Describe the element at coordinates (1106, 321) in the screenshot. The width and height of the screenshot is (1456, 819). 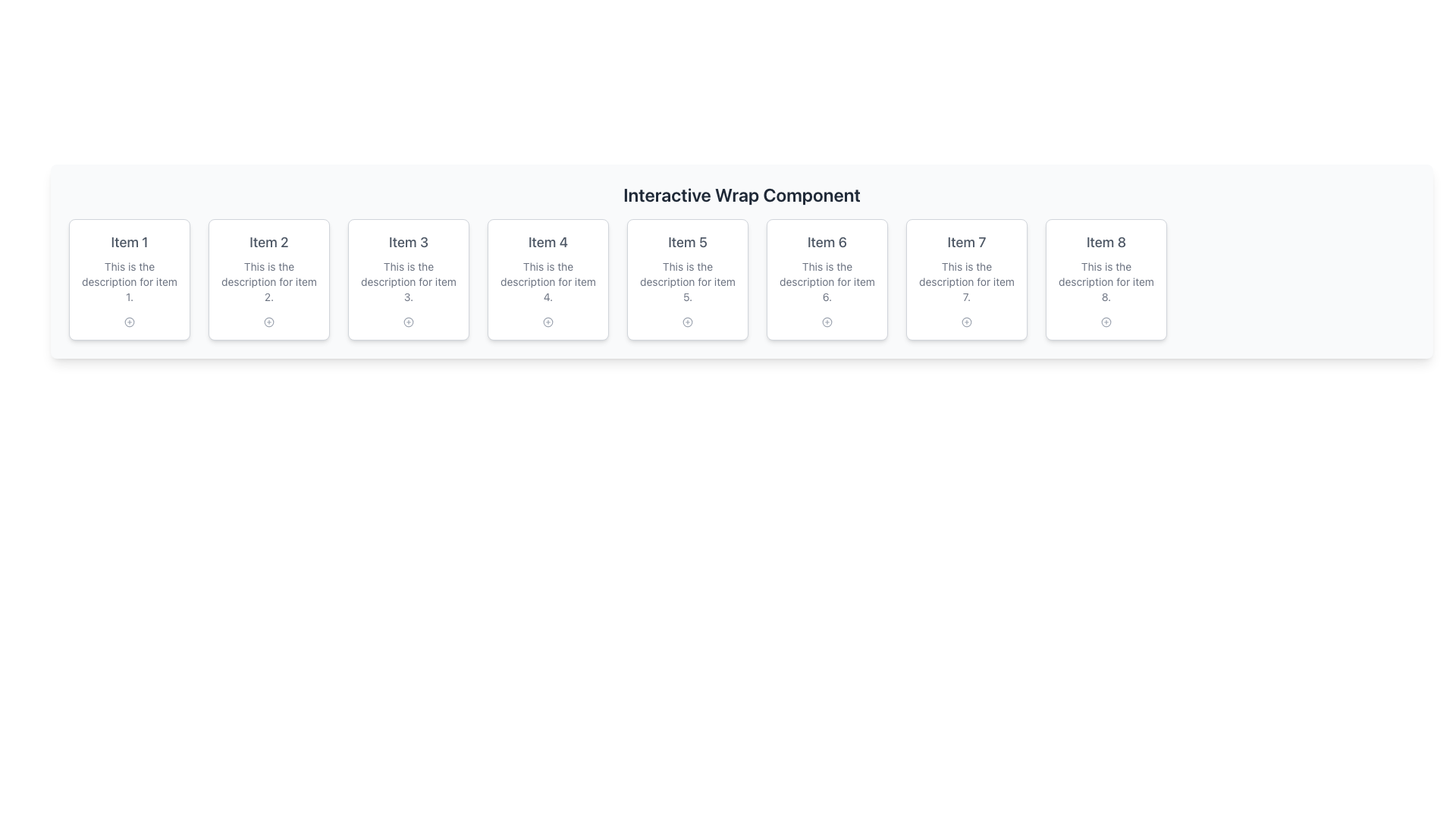
I see `the circular icon button with a plus sign inside it, located at the bottom center of the card labeled 'Item 8'` at that location.